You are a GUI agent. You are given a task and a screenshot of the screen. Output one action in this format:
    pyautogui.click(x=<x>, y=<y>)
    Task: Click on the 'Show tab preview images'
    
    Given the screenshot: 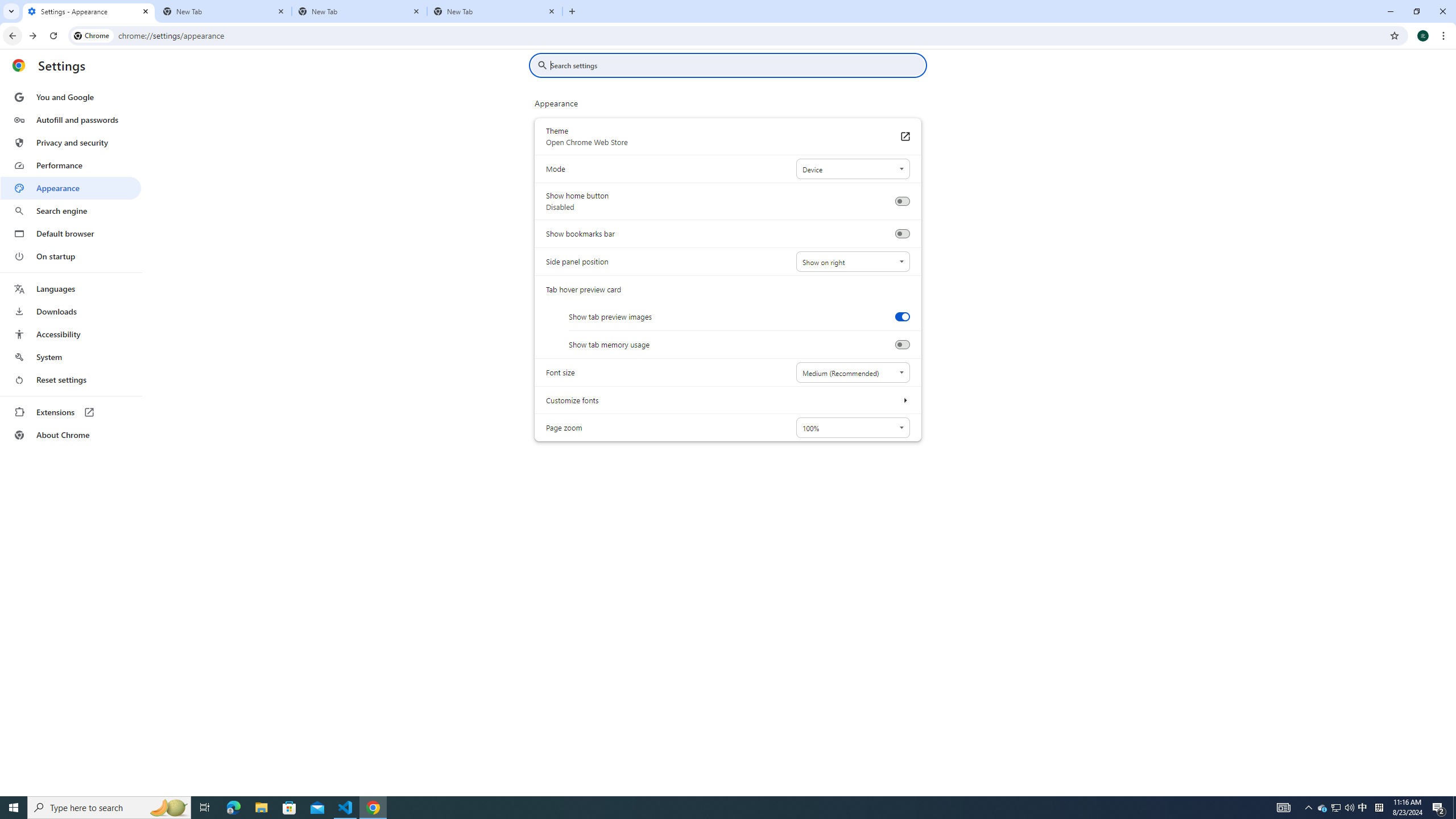 What is the action you would take?
    pyautogui.click(x=901, y=316)
    